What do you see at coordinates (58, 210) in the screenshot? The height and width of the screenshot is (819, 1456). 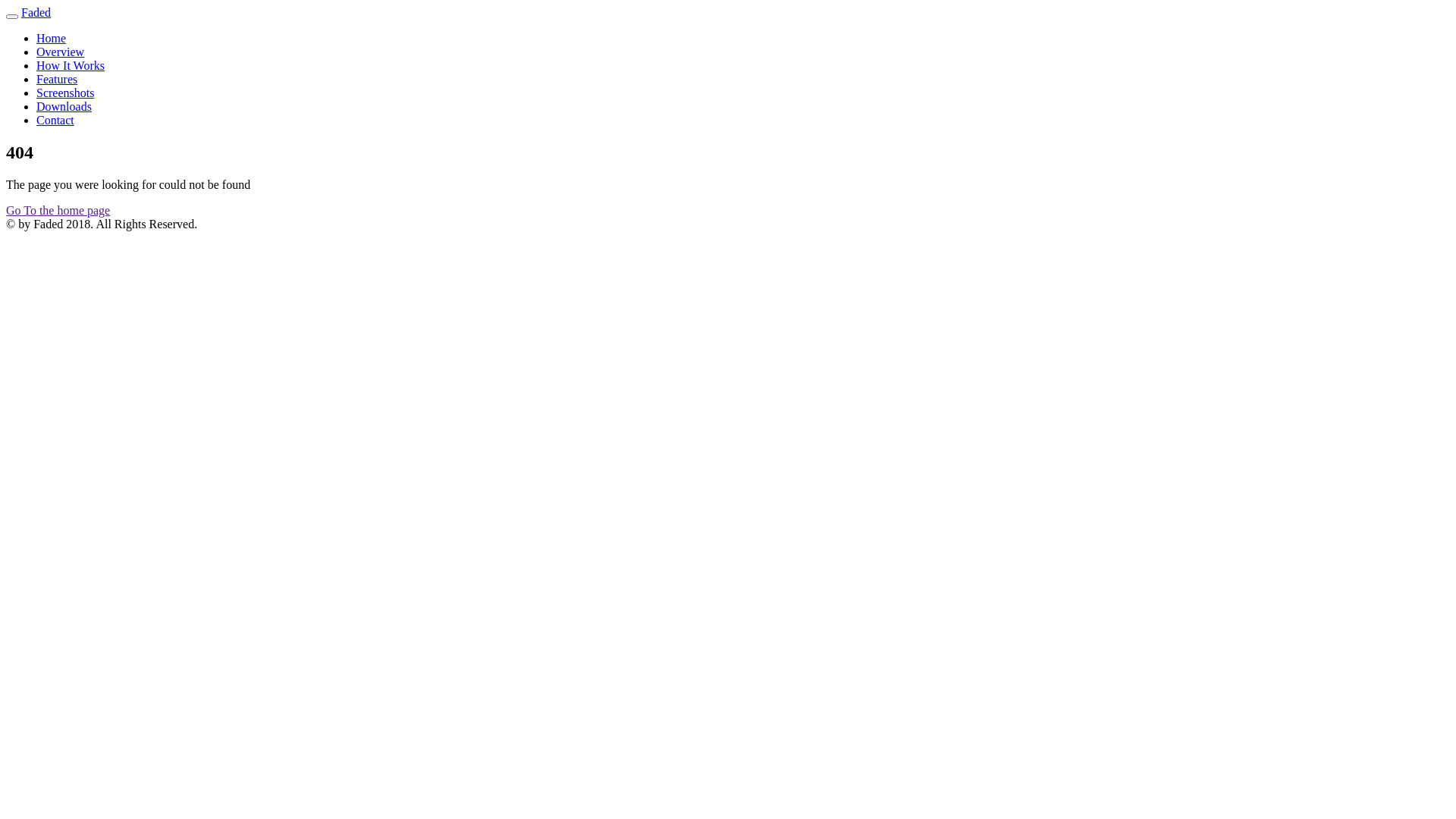 I see `'Go To the home page'` at bounding box center [58, 210].